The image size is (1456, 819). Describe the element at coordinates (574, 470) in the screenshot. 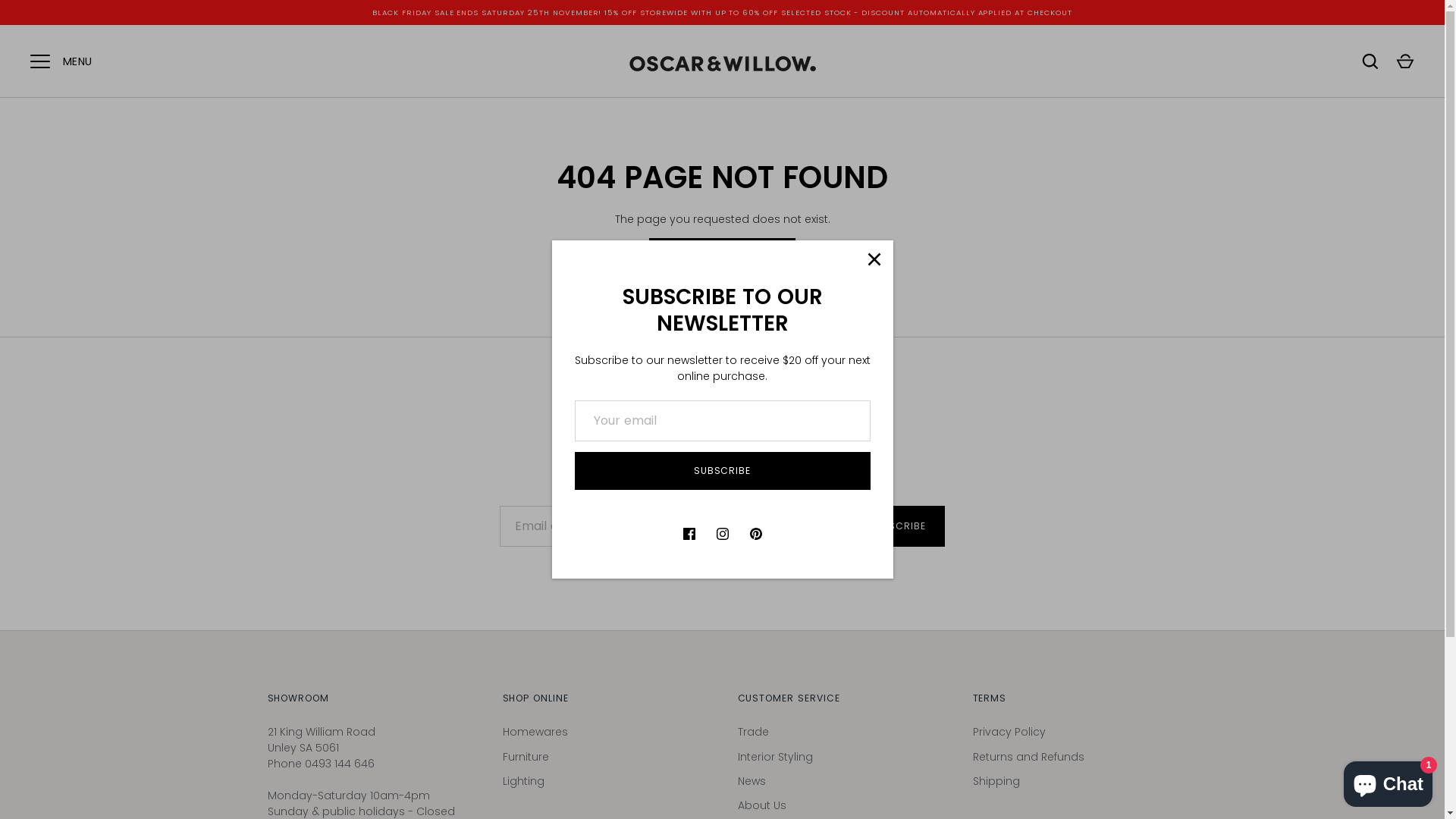

I see `'SUBSCRIBE'` at that location.